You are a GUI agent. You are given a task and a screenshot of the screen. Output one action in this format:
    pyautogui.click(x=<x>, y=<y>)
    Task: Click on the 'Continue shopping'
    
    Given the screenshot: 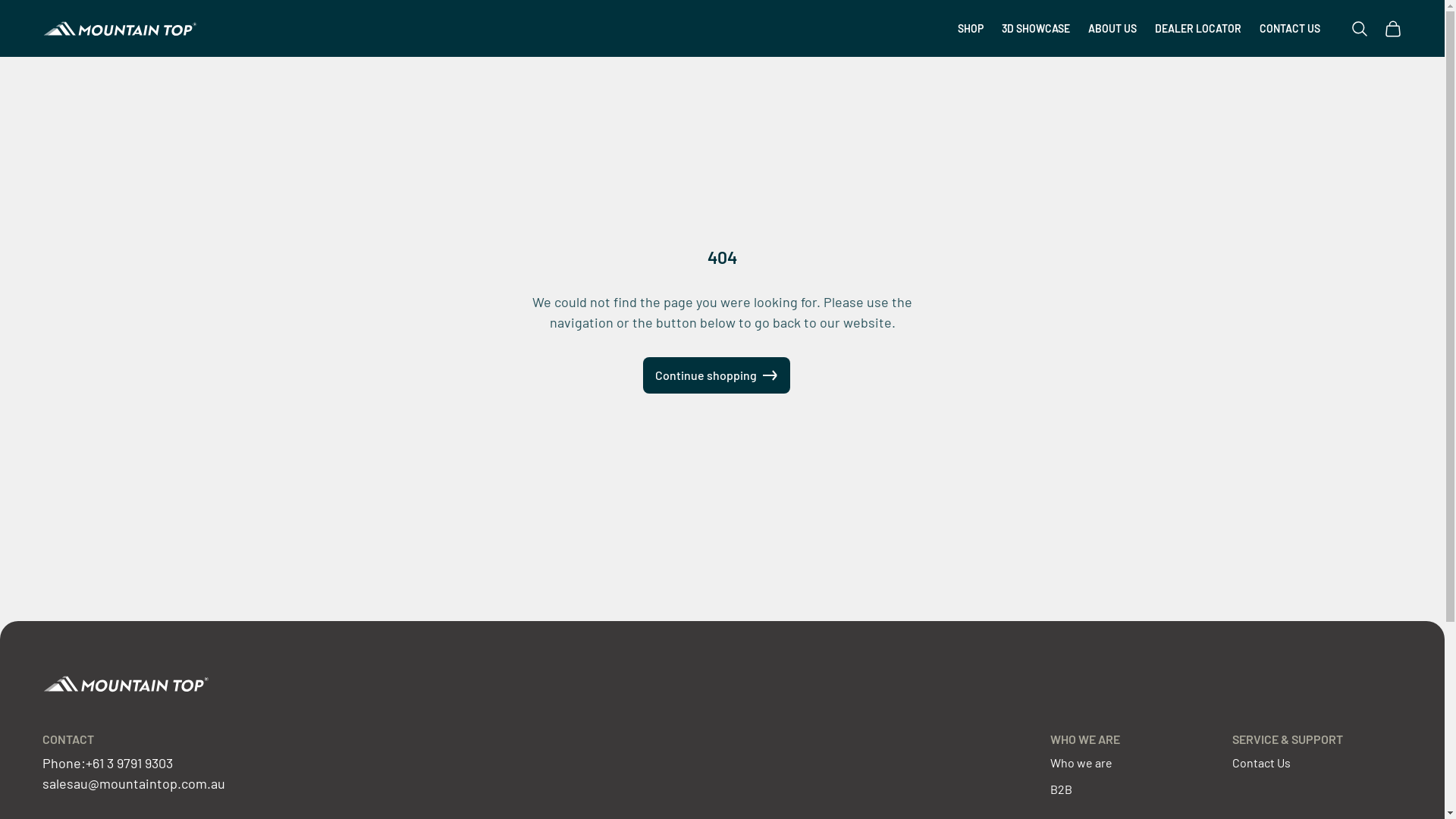 What is the action you would take?
    pyautogui.click(x=716, y=375)
    